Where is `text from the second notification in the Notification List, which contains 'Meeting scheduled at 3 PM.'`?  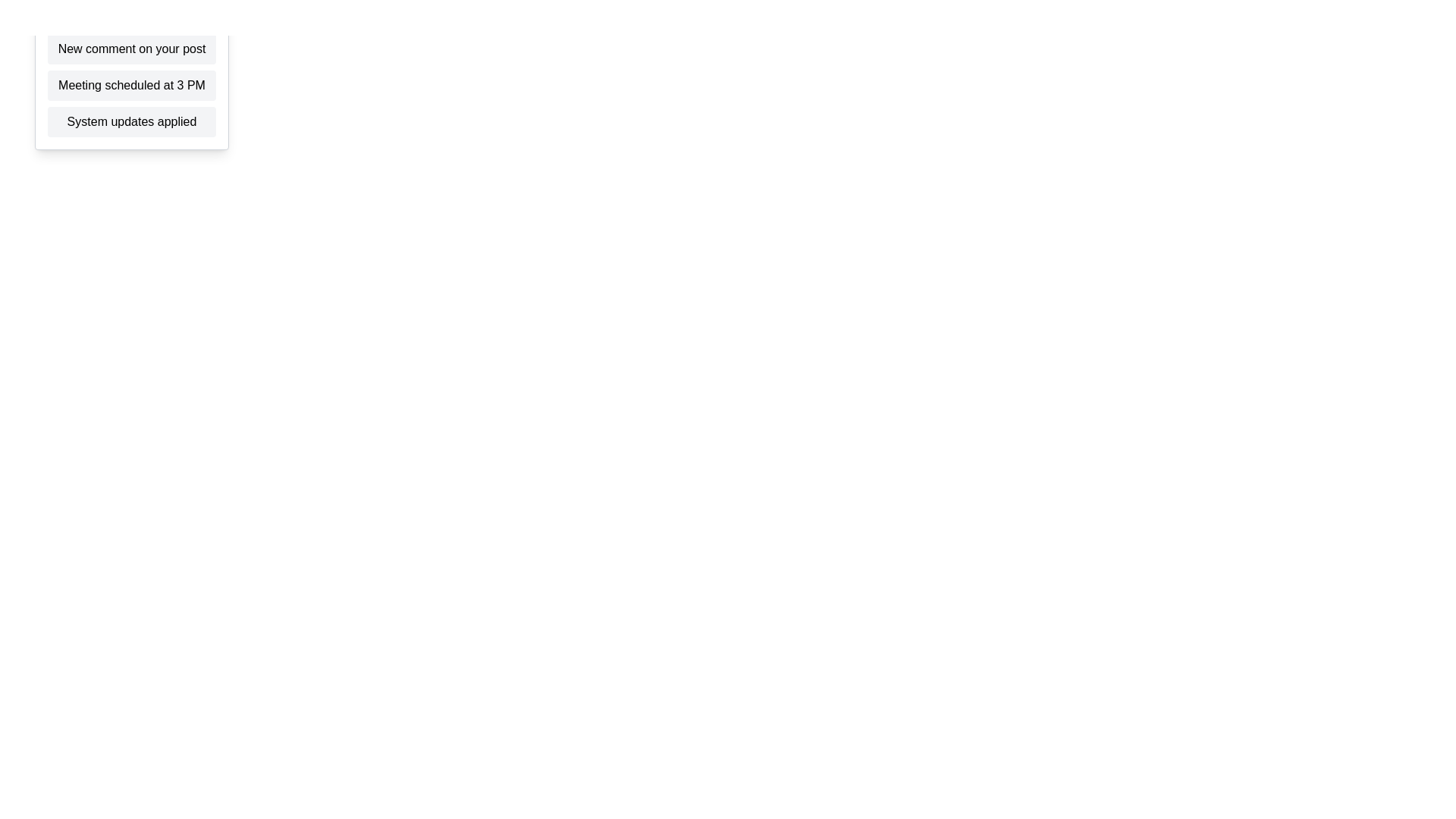
text from the second notification in the Notification List, which contains 'Meeting scheduled at 3 PM.' is located at coordinates (131, 85).